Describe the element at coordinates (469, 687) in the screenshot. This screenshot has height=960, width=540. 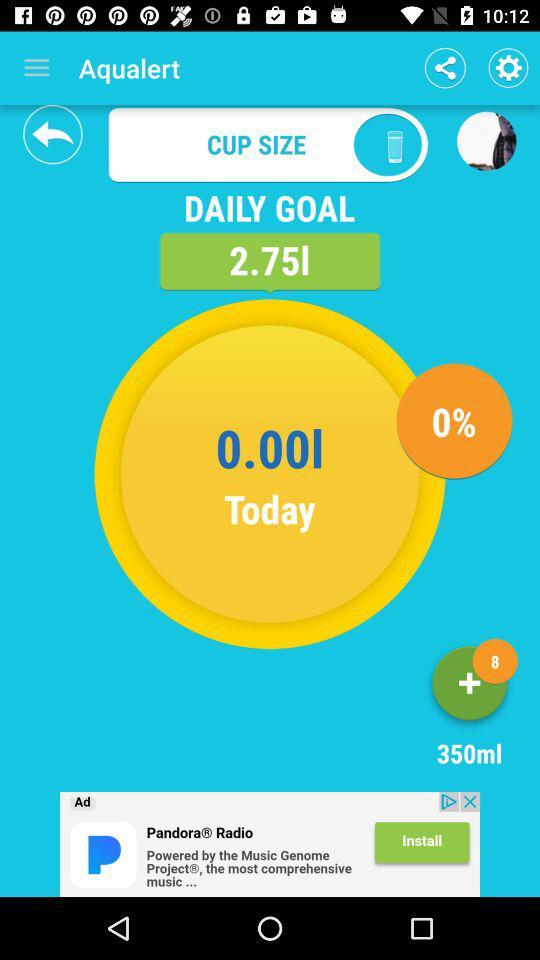
I see `350ml` at that location.